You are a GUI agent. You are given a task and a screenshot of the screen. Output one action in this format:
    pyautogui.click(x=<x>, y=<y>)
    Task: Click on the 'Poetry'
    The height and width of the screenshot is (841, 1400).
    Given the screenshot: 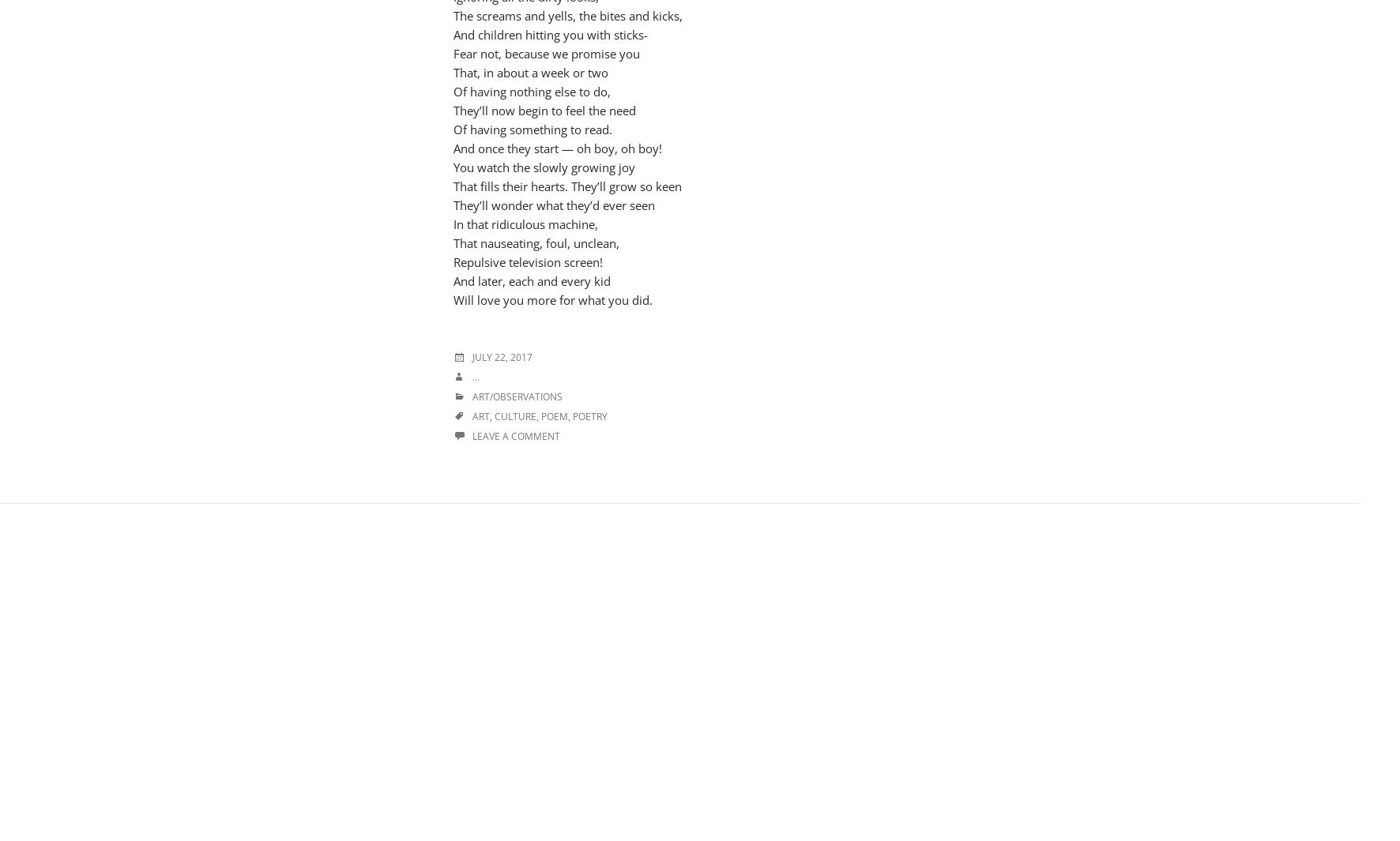 What is the action you would take?
    pyautogui.click(x=589, y=415)
    